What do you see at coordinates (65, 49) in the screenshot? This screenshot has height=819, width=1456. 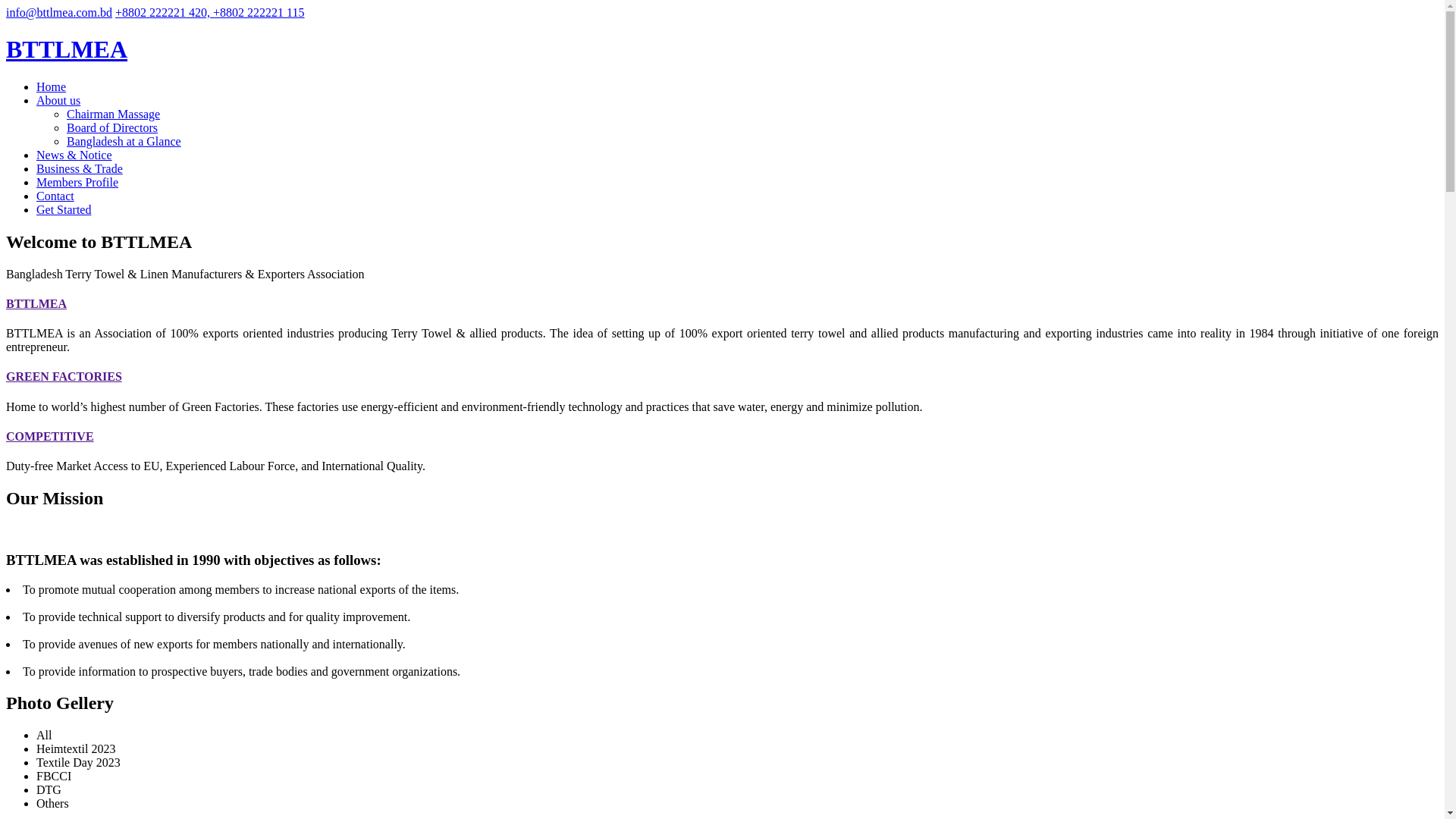 I see `'BTTLMEA'` at bounding box center [65, 49].